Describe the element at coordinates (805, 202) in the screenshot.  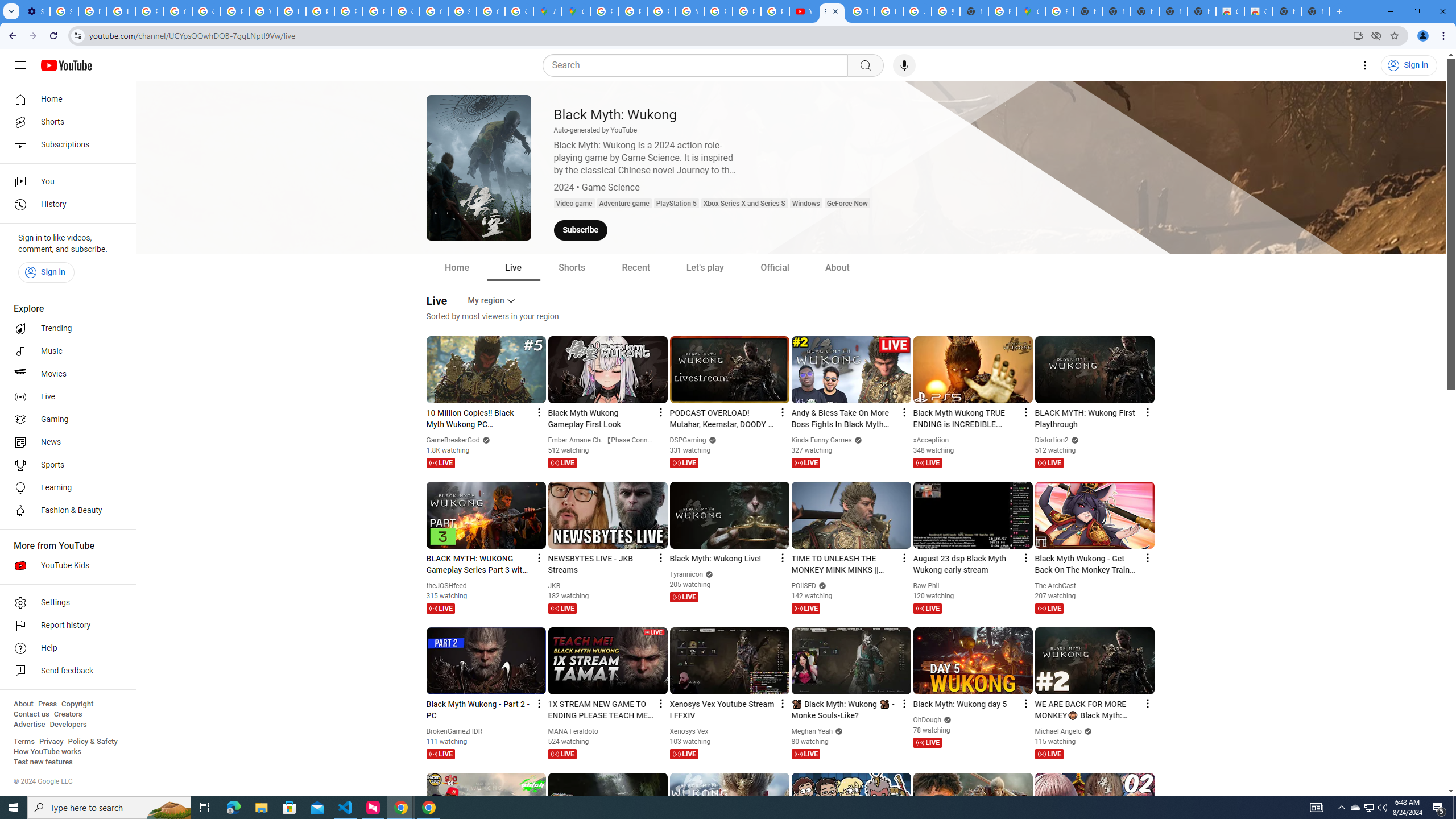
I see `'Windows'` at that location.